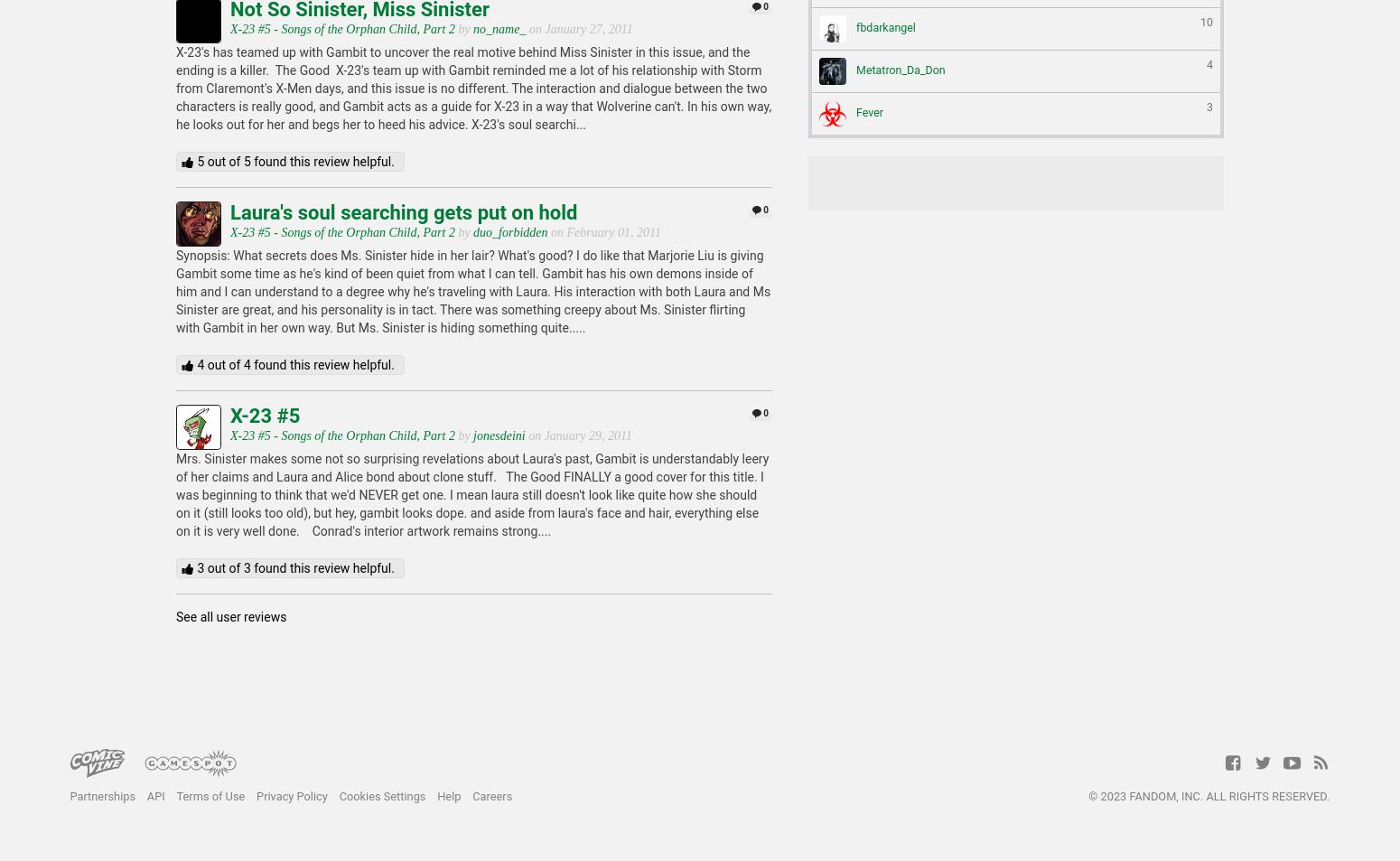 The width and height of the screenshot is (1400, 861). What do you see at coordinates (447, 796) in the screenshot?
I see `'Help'` at bounding box center [447, 796].